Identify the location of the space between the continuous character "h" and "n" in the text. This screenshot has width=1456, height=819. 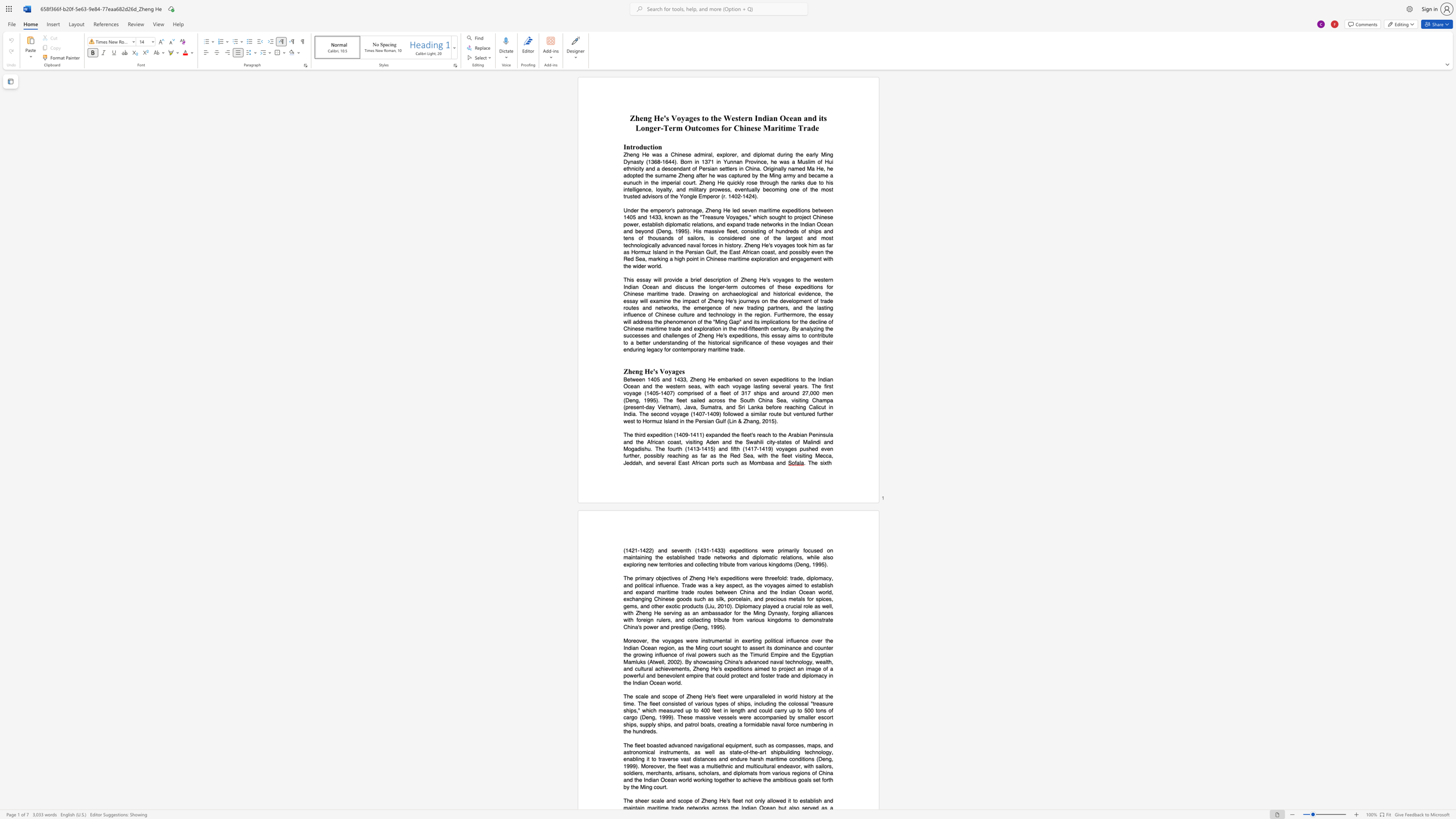
(634, 245).